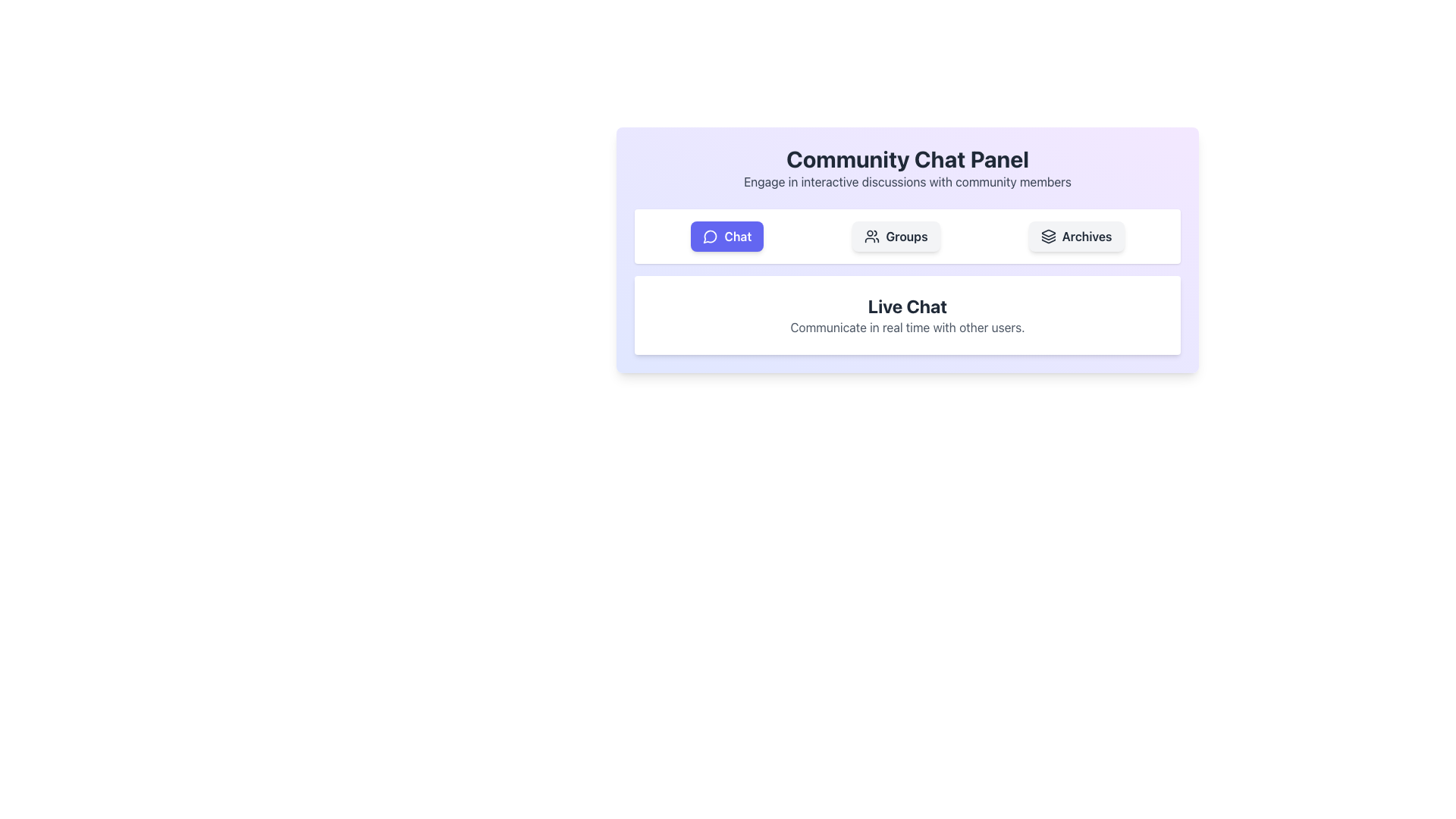  I want to click on the third button labeled 'Archives' in the 'Community Chat Panel', so click(1075, 237).